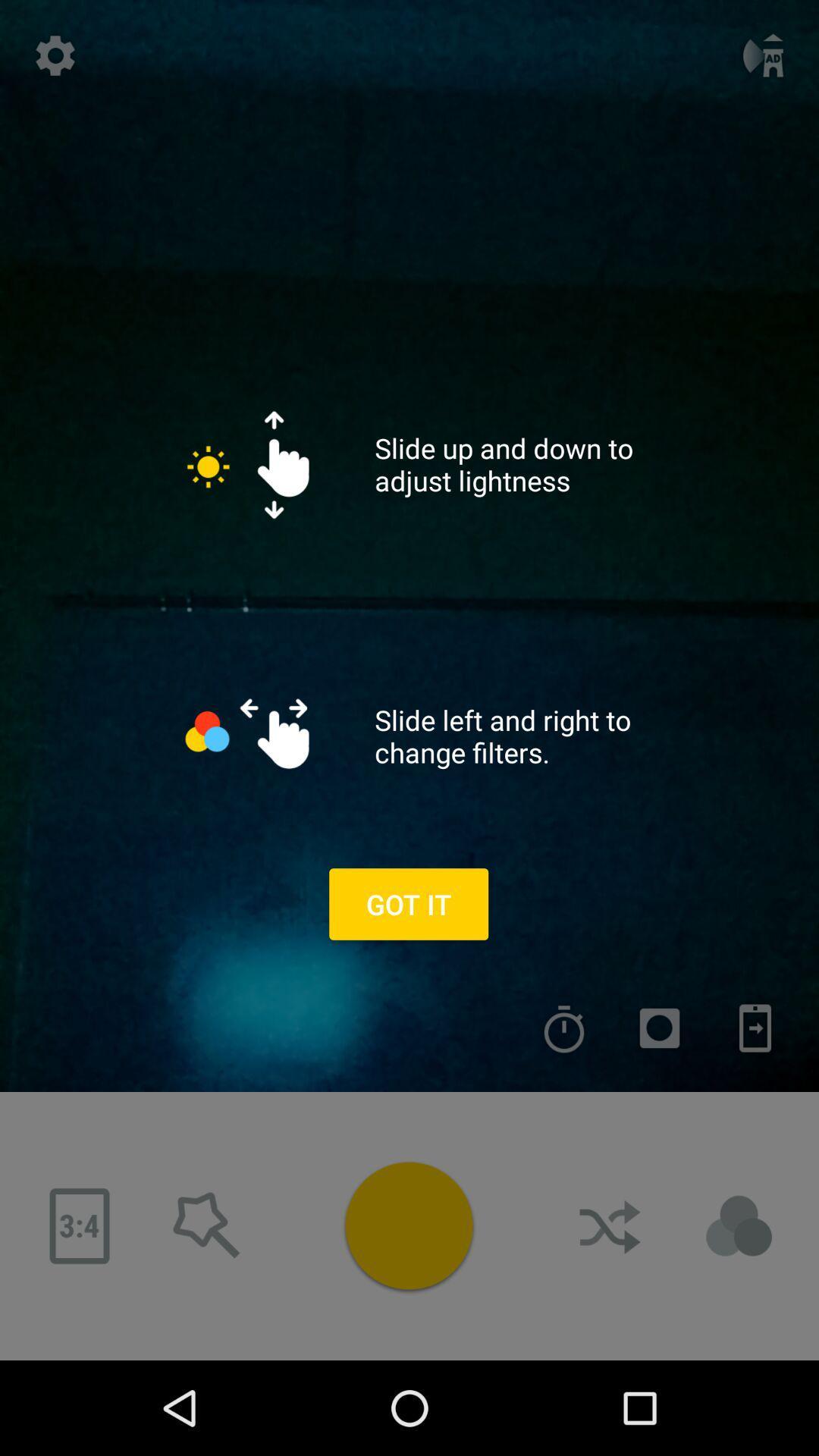 The width and height of the screenshot is (819, 1456). I want to click on the avatar icon, so click(739, 1226).